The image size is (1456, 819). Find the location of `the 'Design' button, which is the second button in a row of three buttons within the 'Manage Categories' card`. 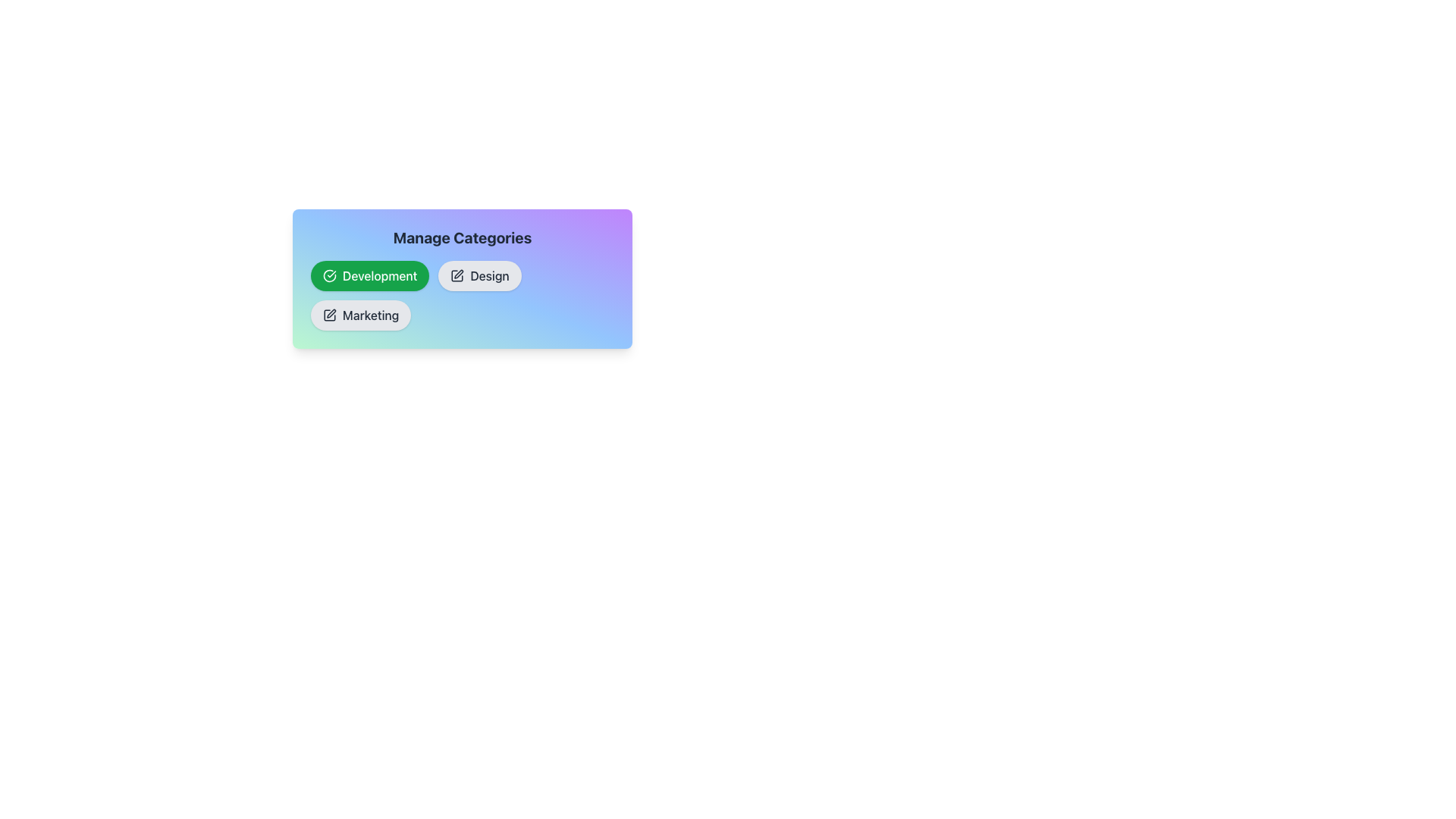

the 'Design' button, which is the second button in a row of three buttons within the 'Manage Categories' card is located at coordinates (461, 278).